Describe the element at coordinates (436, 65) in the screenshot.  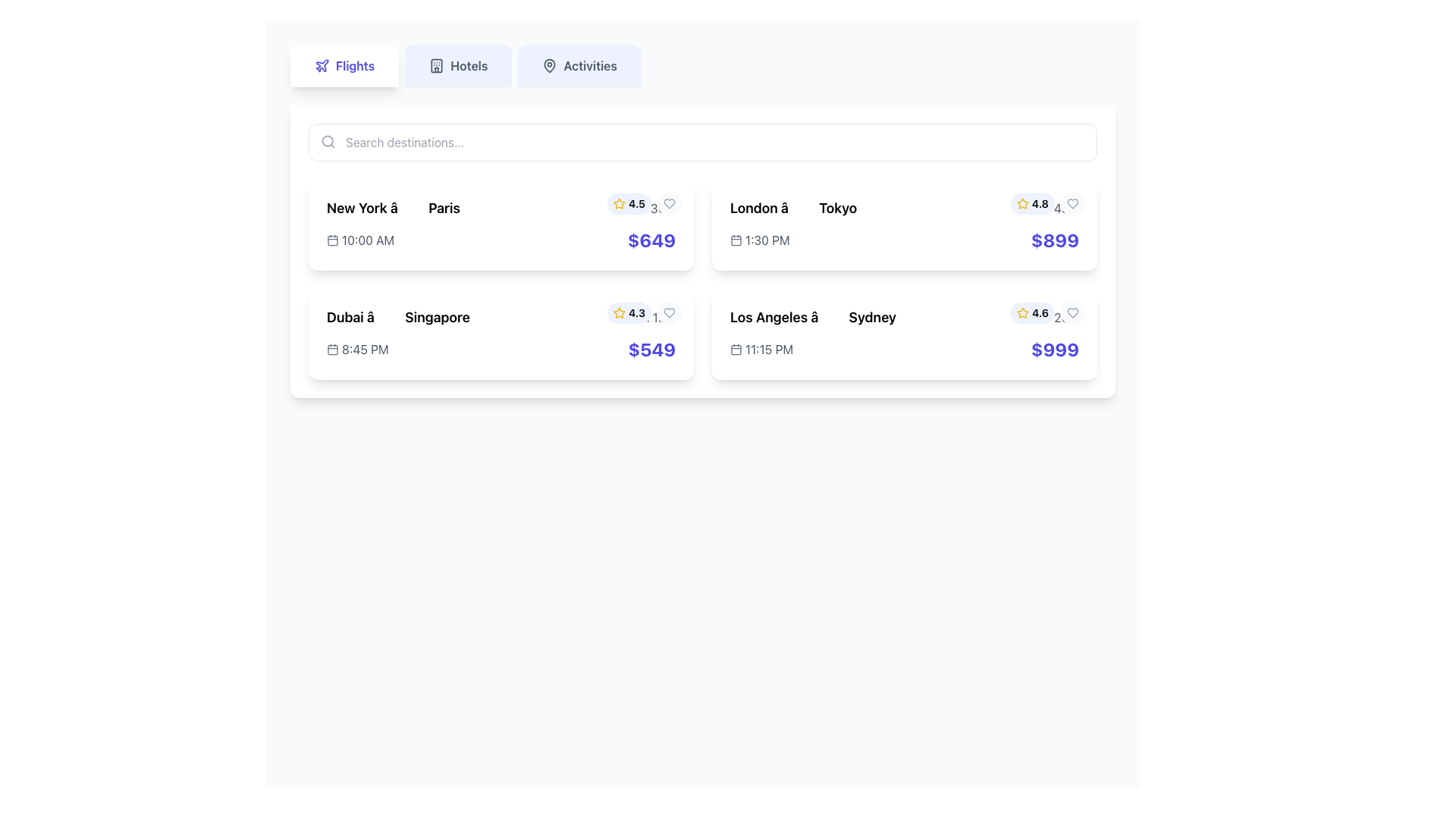
I see `the 'Hotels' tab icon located in the upper section of the interface, aligned left of its label text` at that location.